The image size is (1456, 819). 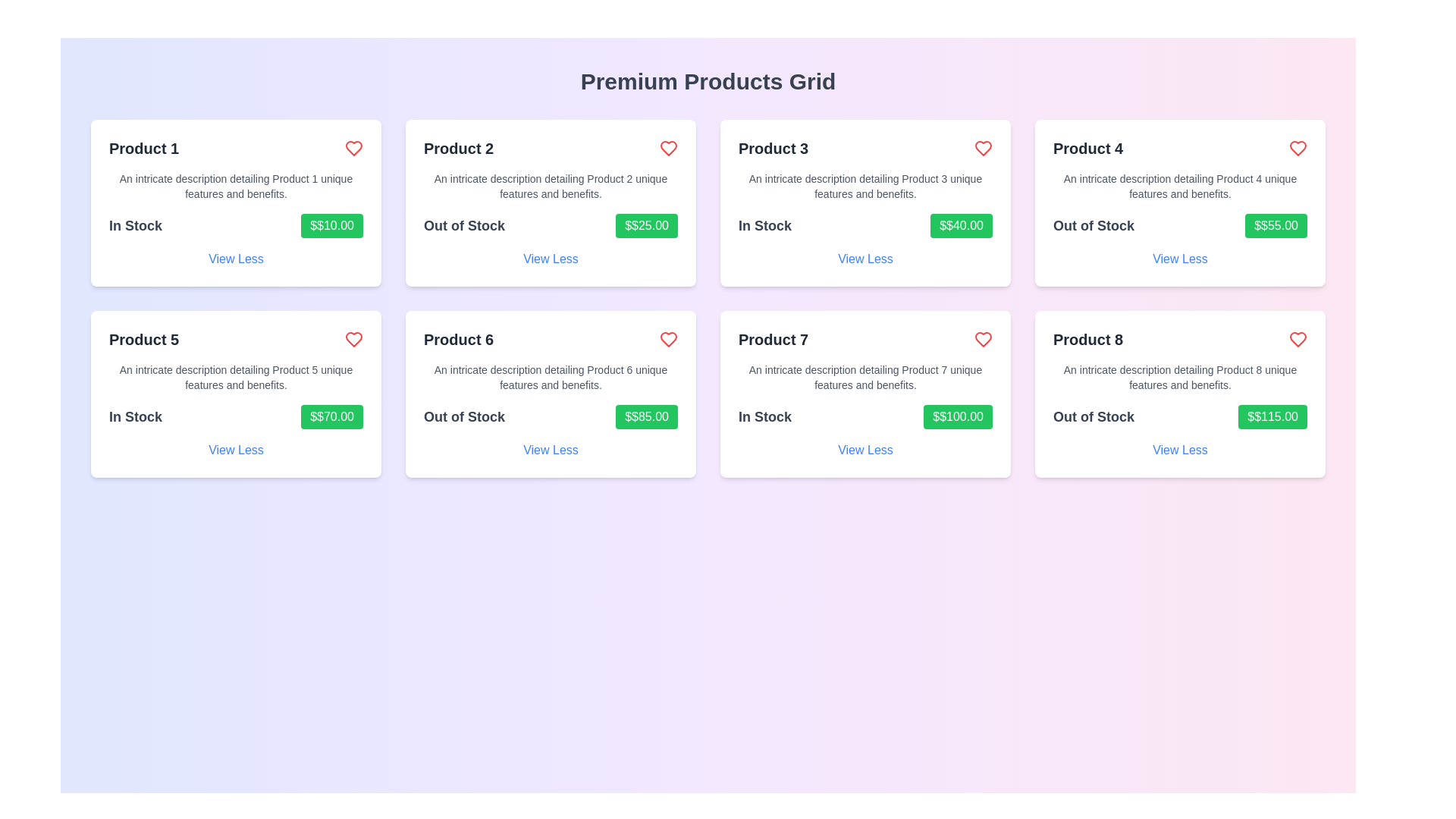 What do you see at coordinates (1298, 338) in the screenshot?
I see `the heart icon located at the top-right corner of the 'Product 8' content card` at bounding box center [1298, 338].